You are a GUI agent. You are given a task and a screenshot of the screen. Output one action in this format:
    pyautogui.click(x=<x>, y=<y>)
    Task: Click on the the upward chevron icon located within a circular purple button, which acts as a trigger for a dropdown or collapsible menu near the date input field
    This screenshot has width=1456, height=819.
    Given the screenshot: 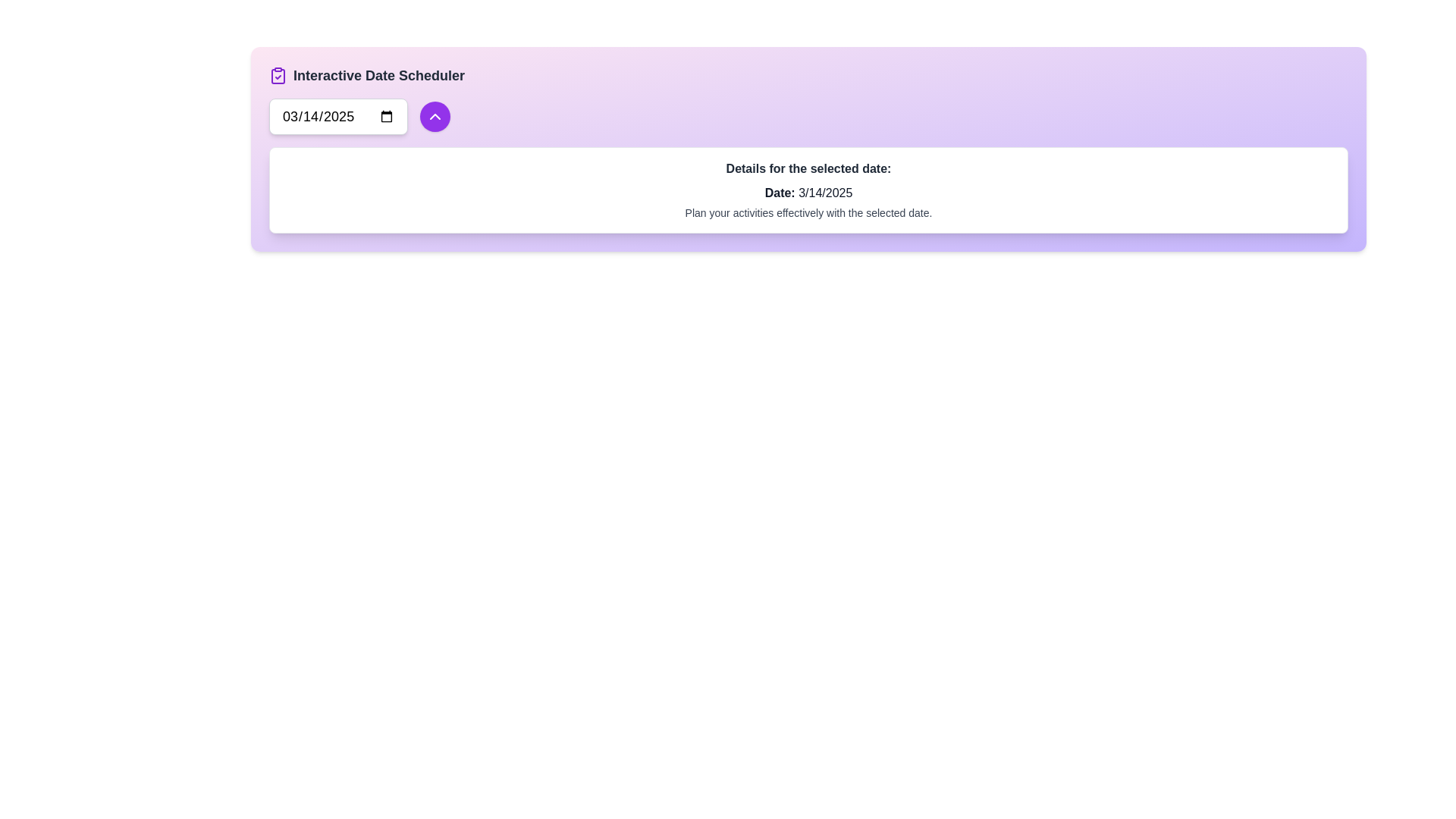 What is the action you would take?
    pyautogui.click(x=435, y=116)
    